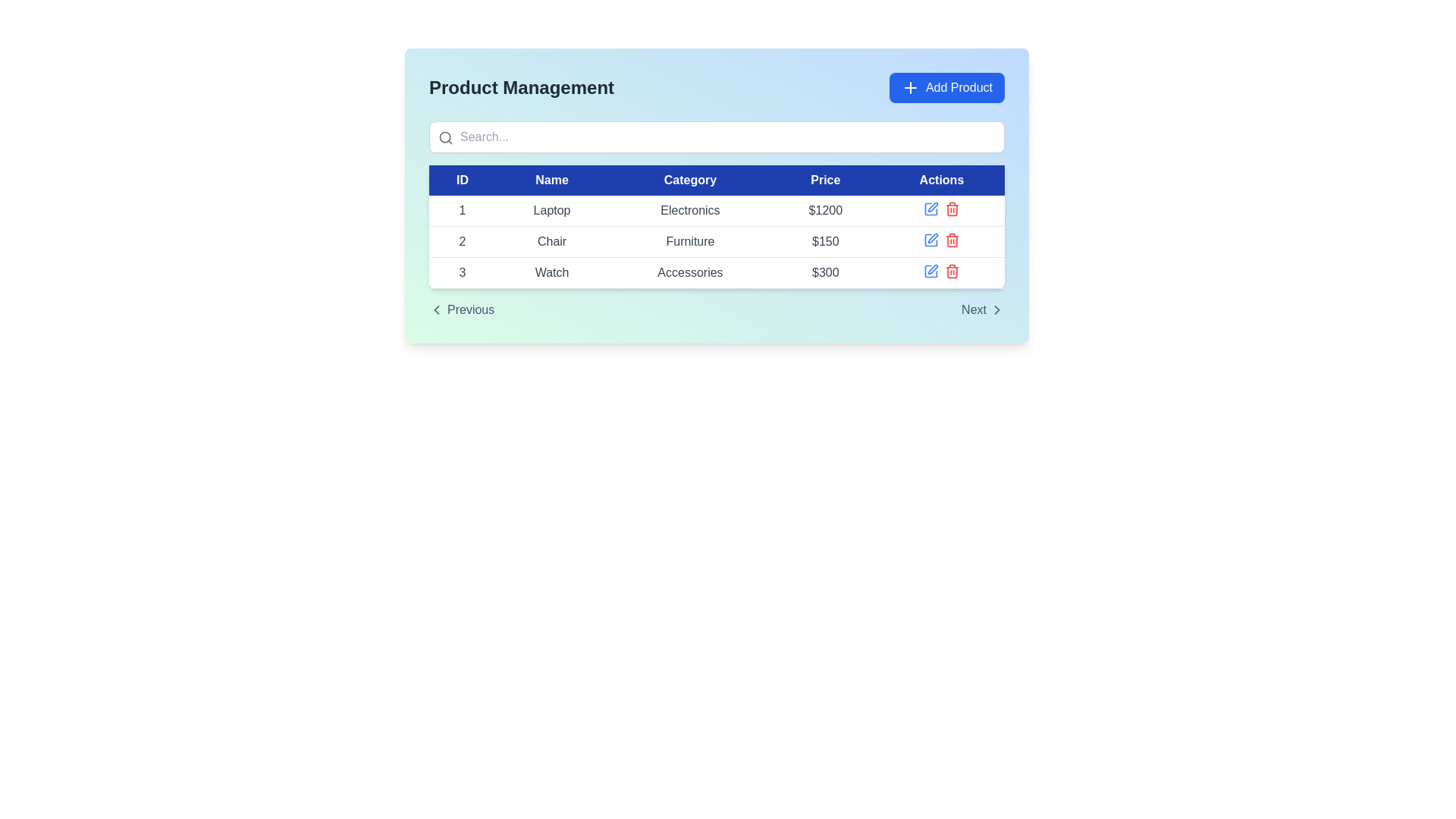  What do you see at coordinates (951, 210) in the screenshot?
I see `the decorative vertical line of the trash icon located within the delete button in the 'Actions' column of the product management table for the third product, 'Watch.'` at bounding box center [951, 210].